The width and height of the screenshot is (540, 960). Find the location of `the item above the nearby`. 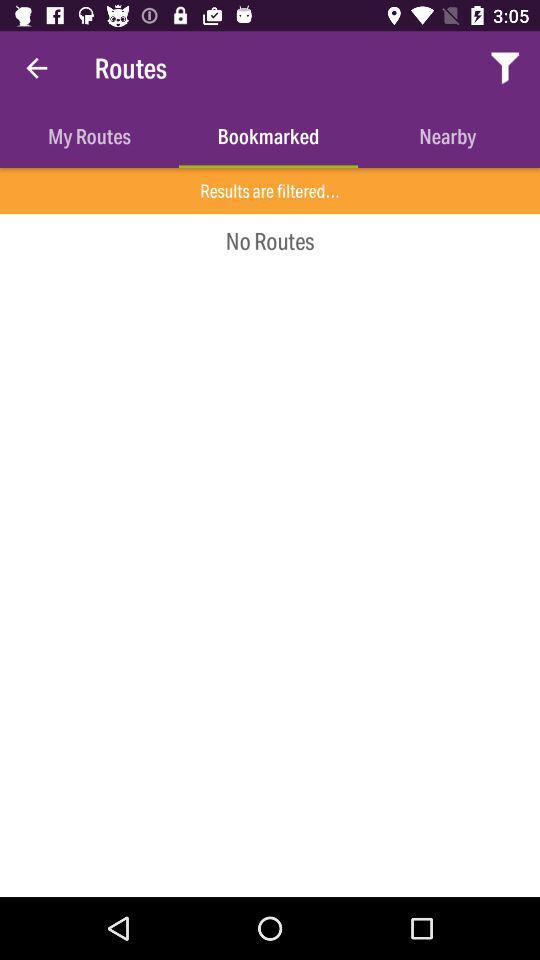

the item above the nearby is located at coordinates (504, 68).